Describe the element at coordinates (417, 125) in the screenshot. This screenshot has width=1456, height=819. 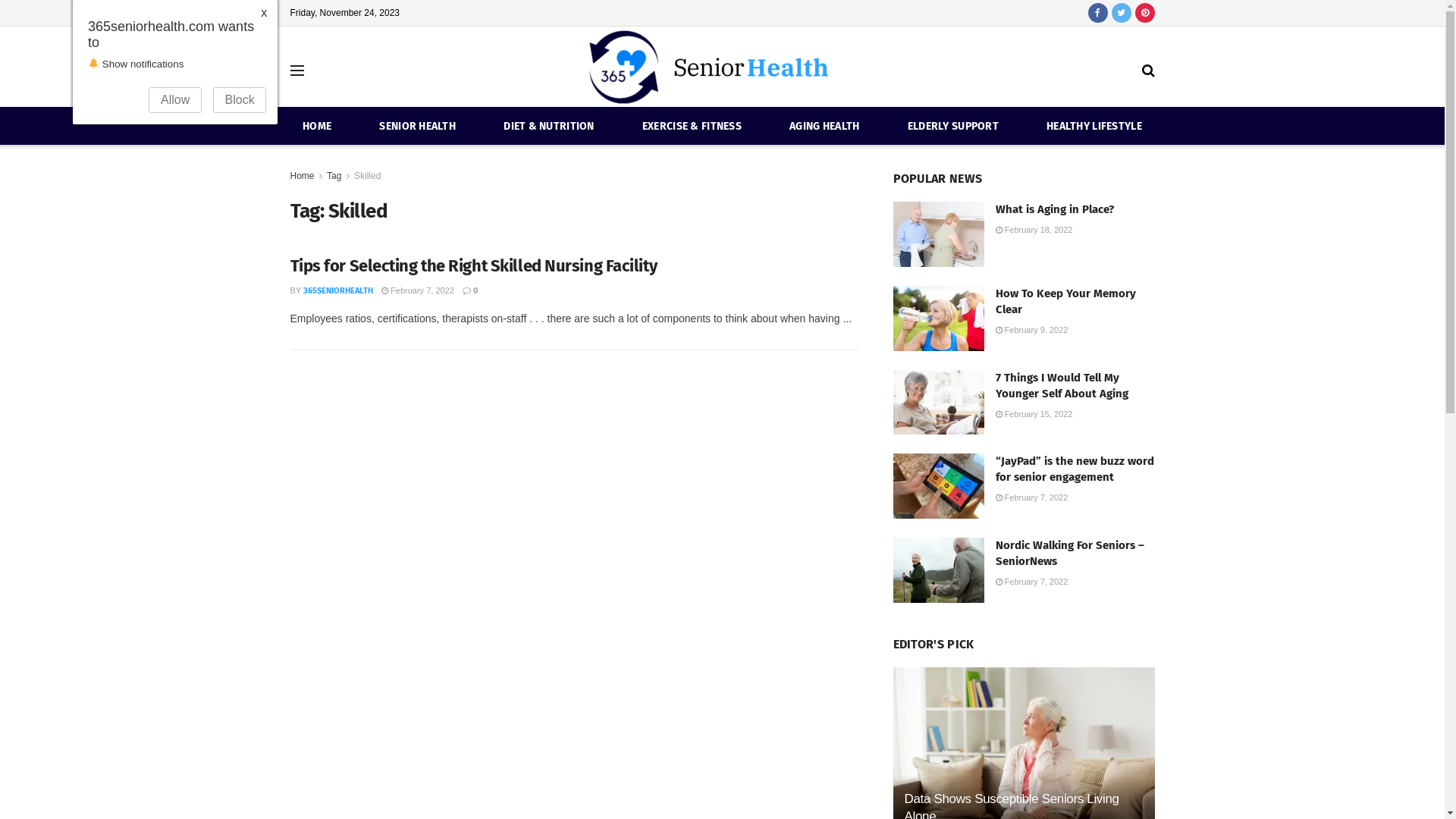
I see `'SENIOR HEALTH'` at that location.